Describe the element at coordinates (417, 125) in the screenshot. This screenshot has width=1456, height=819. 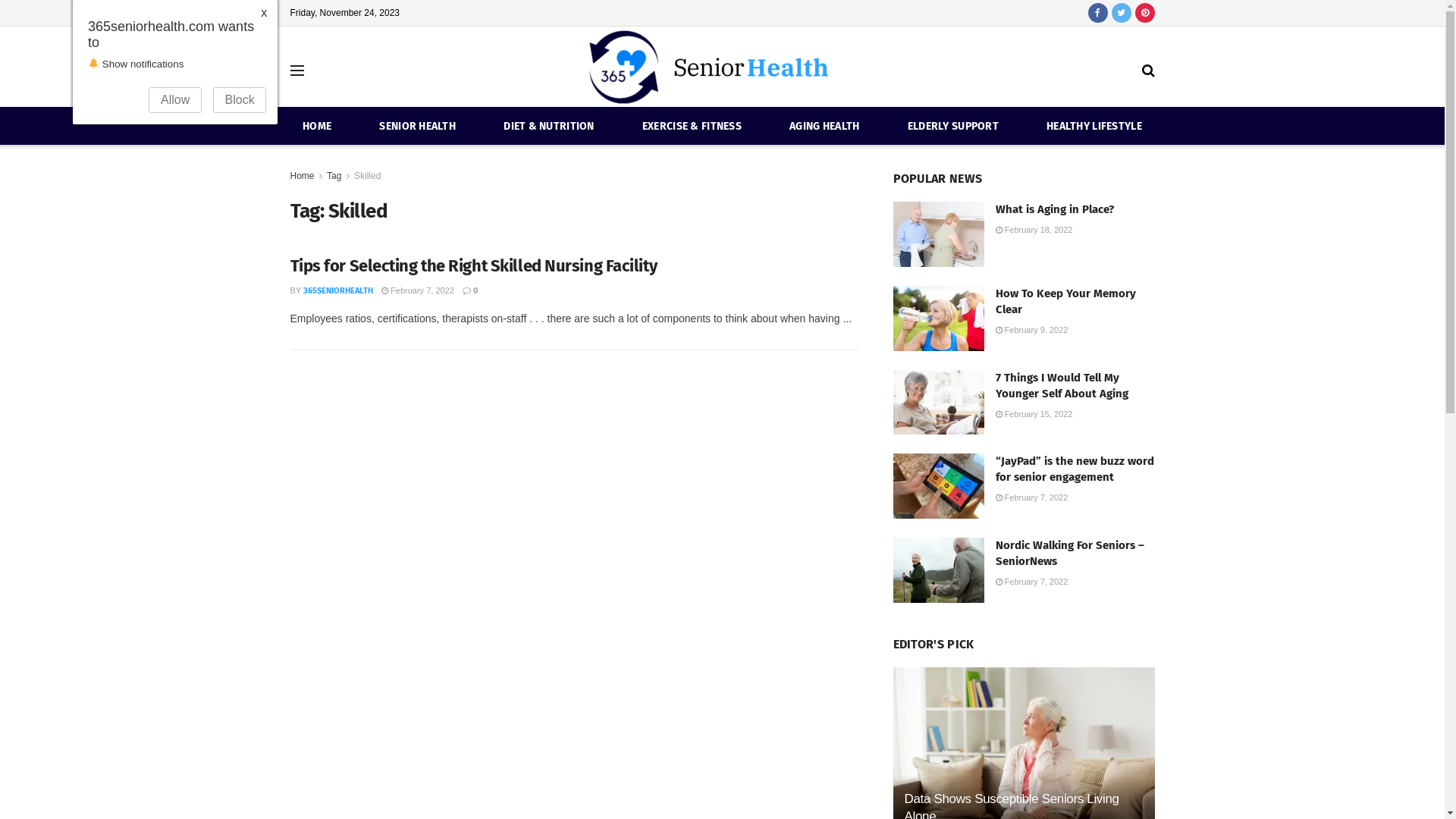
I see `'SENIOR HEALTH'` at that location.